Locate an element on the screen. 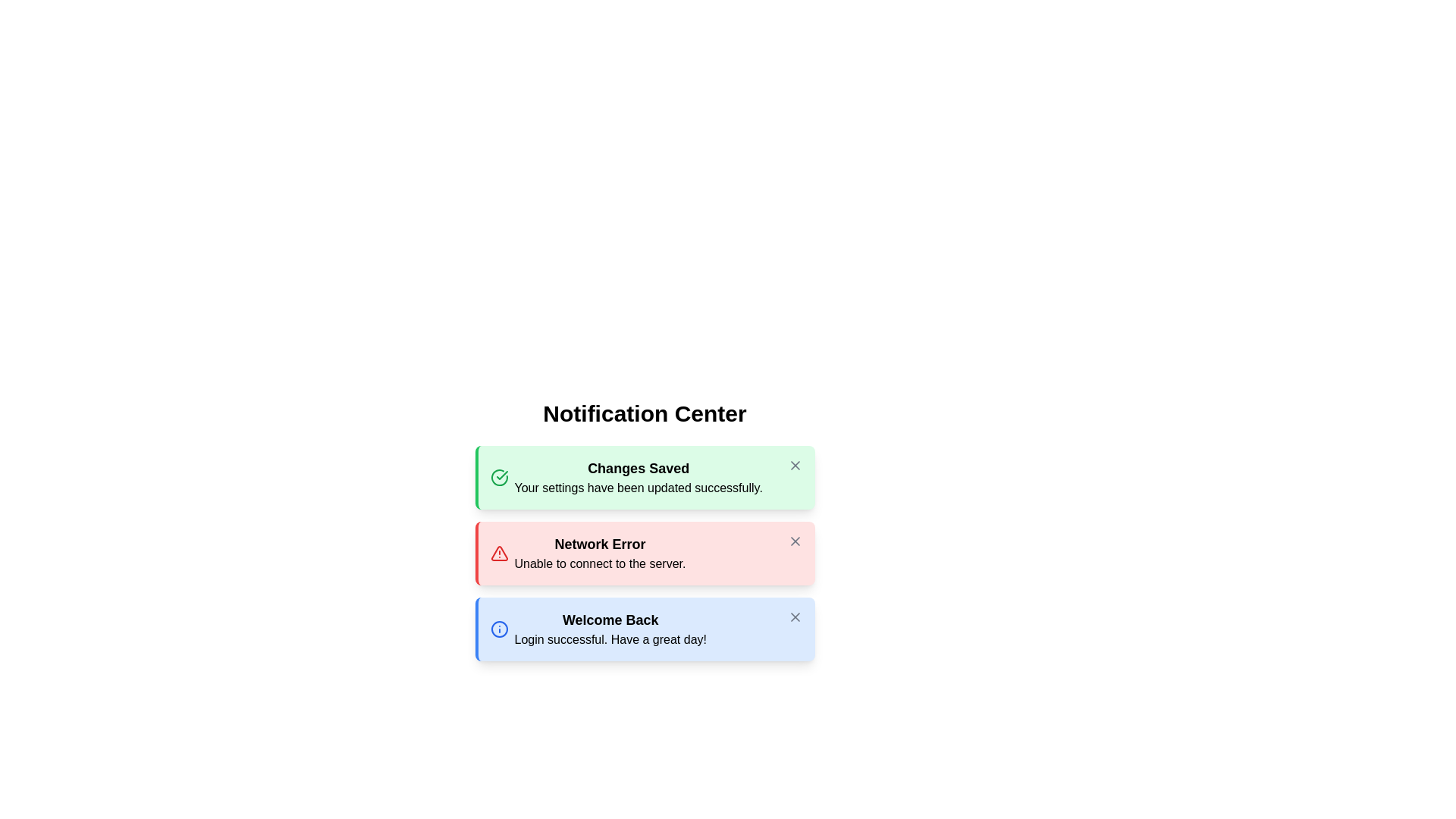 The image size is (1456, 819). the static text label displaying 'Unable to connect to the server.' which is situated in the middle of a red notification card indicating an error status is located at coordinates (599, 564).